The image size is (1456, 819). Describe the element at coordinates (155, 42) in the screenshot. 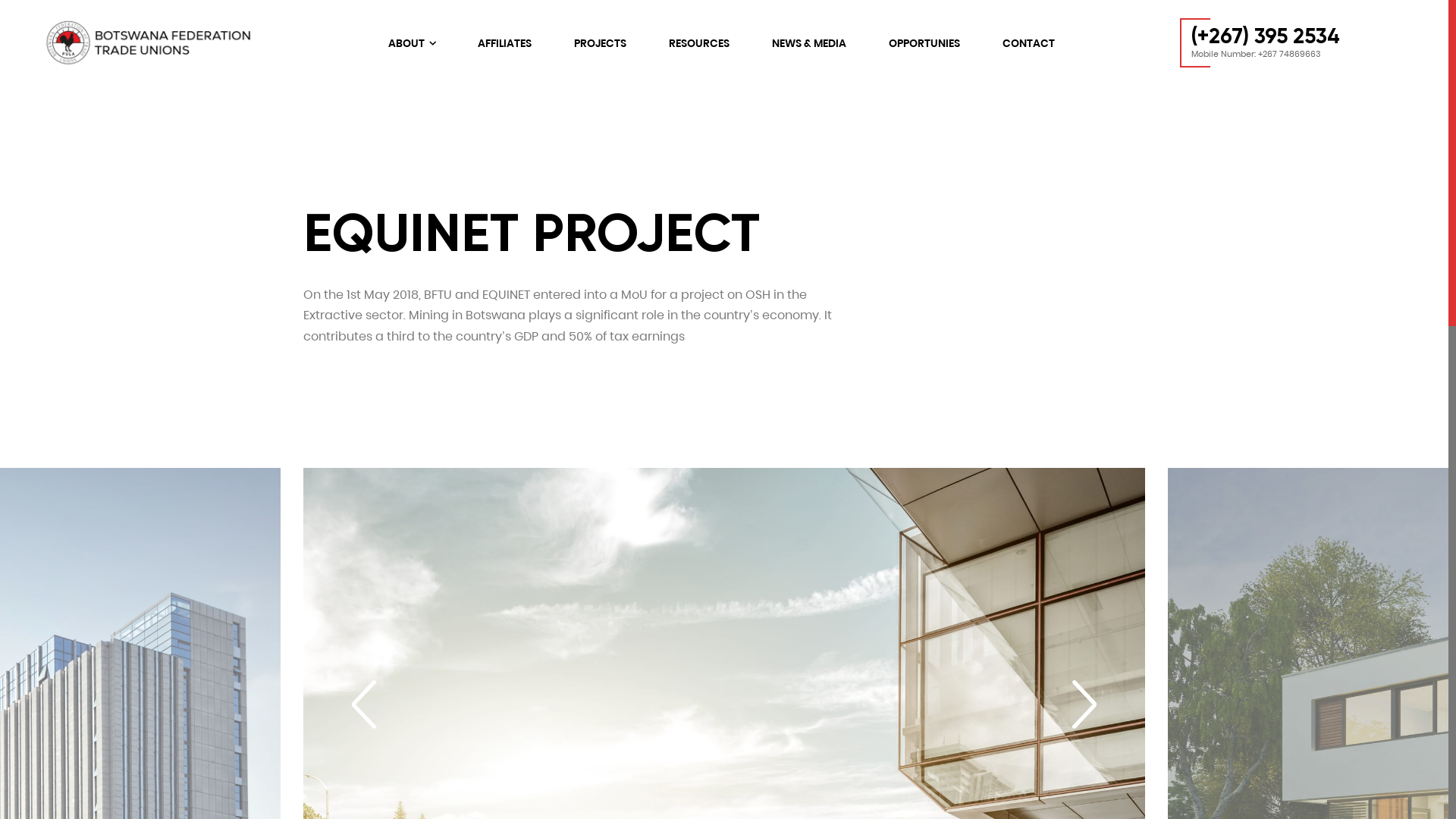

I see `'logo web-01'` at that location.